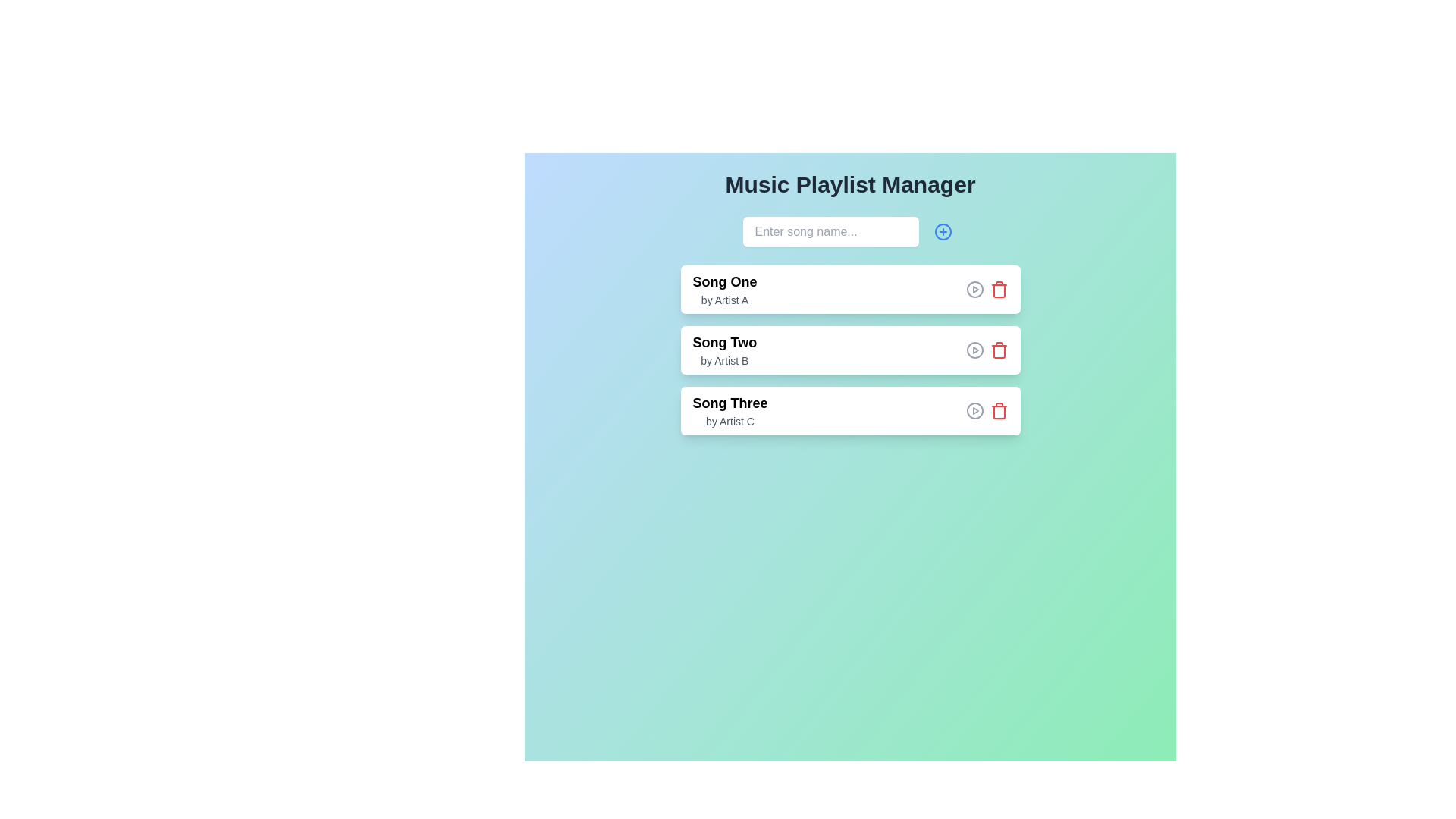  What do you see at coordinates (974, 411) in the screenshot?
I see `the Circle in the SVG play button located in the bottom right corner of 'Song Three by Artist C'` at bounding box center [974, 411].